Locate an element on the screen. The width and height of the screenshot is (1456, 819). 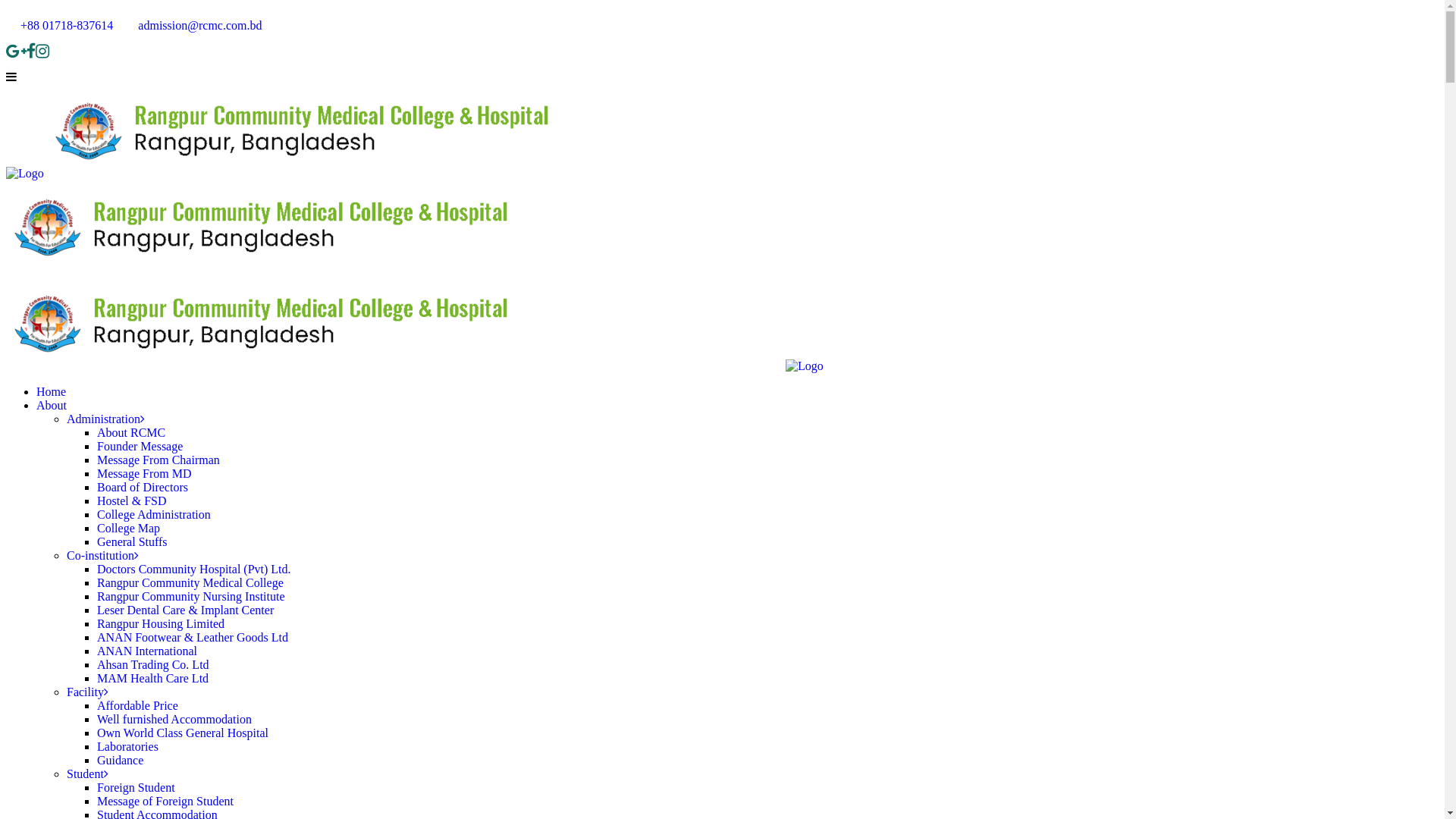
'College Map' is located at coordinates (96, 527).